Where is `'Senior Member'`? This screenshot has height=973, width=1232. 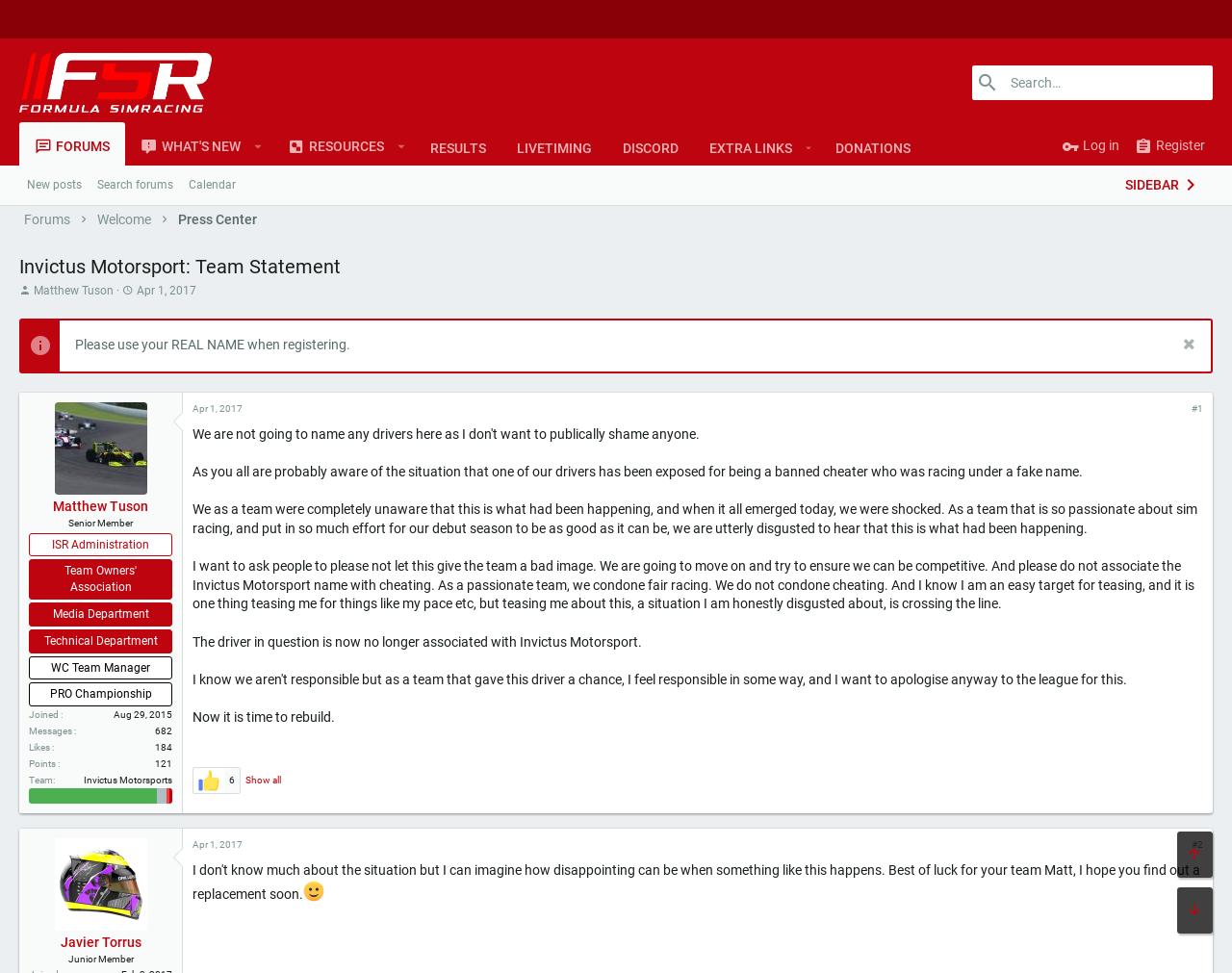 'Senior Member' is located at coordinates (68, 522).